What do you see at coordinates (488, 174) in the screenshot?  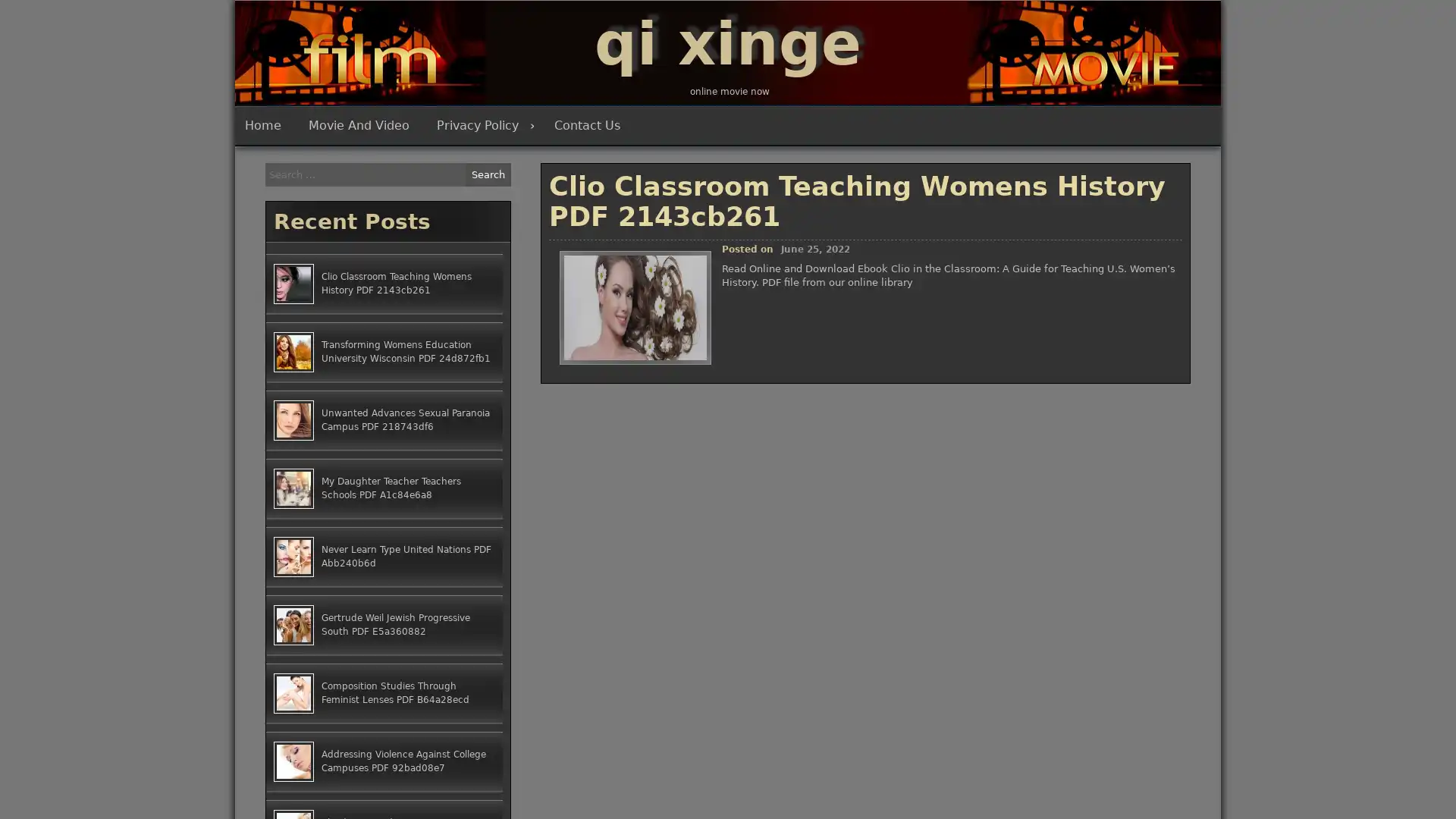 I see `Search` at bounding box center [488, 174].